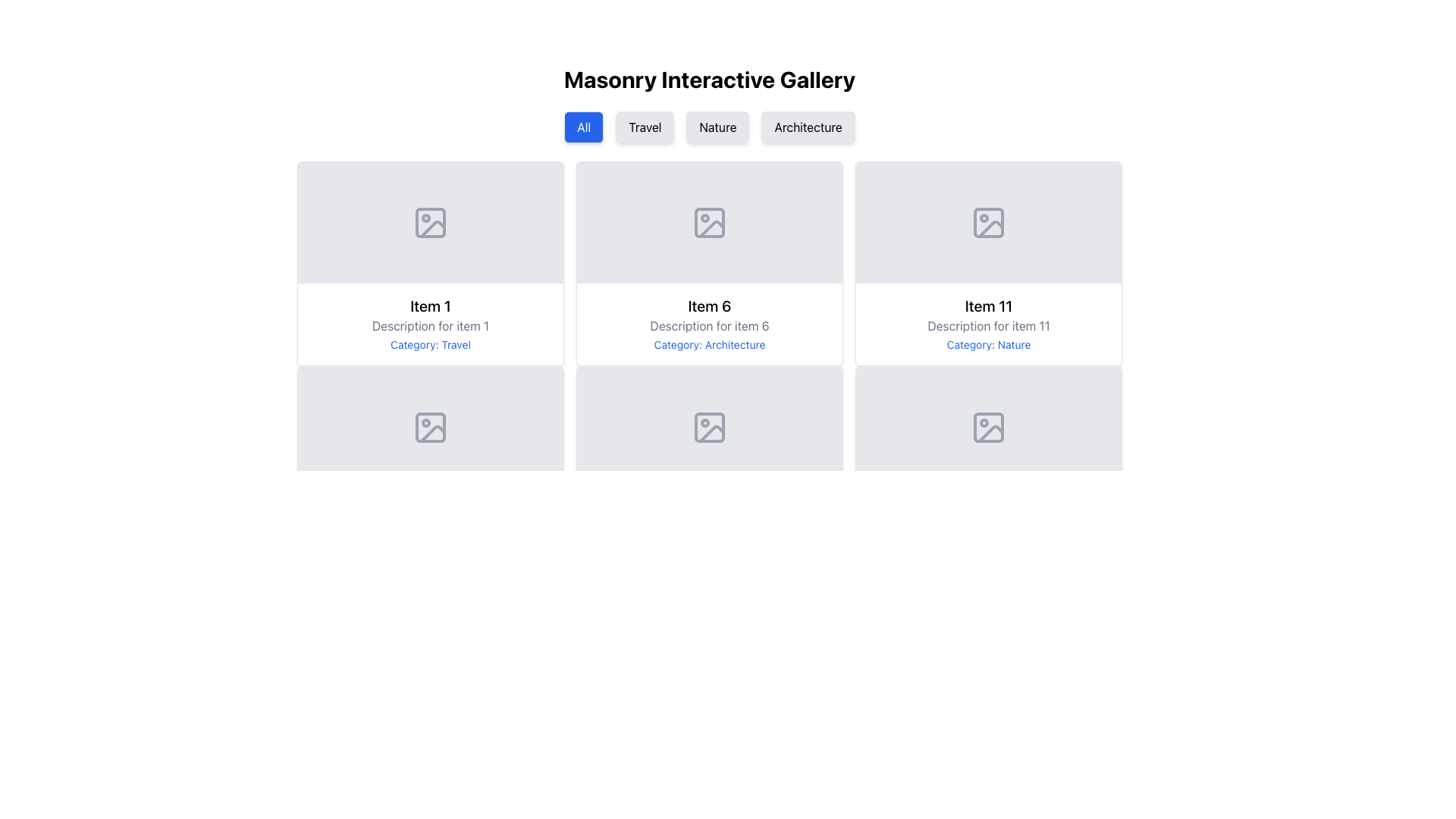 The image size is (1456, 819). What do you see at coordinates (989, 427) in the screenshot?
I see `the icon resembling an image placeholder located within the tile labeled 'Item 11' in the masonry gallery` at bounding box center [989, 427].